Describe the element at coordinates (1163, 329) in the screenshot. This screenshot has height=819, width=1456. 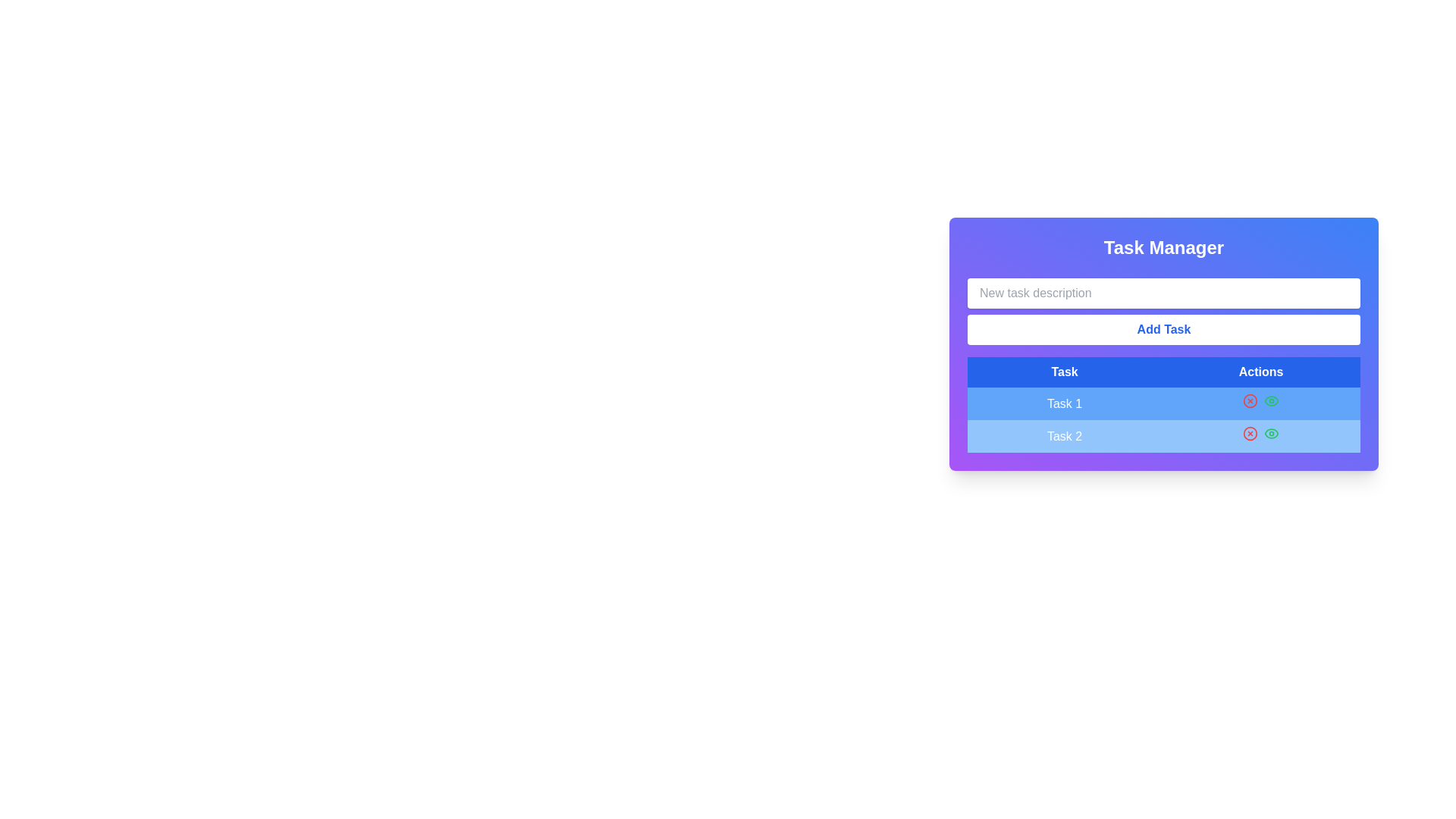
I see `the button located at the bottom of the task management interface` at that location.